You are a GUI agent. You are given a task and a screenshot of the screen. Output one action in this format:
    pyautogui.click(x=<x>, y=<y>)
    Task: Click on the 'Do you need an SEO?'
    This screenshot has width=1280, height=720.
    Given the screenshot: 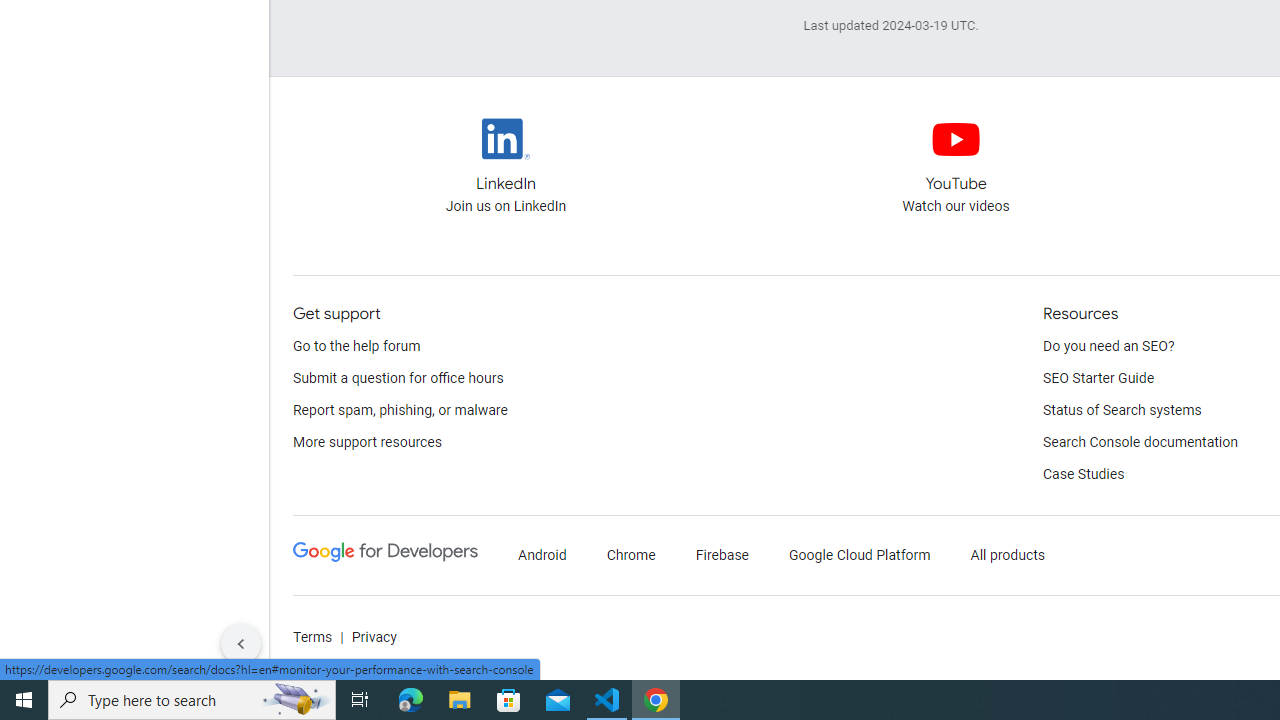 What is the action you would take?
    pyautogui.click(x=1108, y=346)
    